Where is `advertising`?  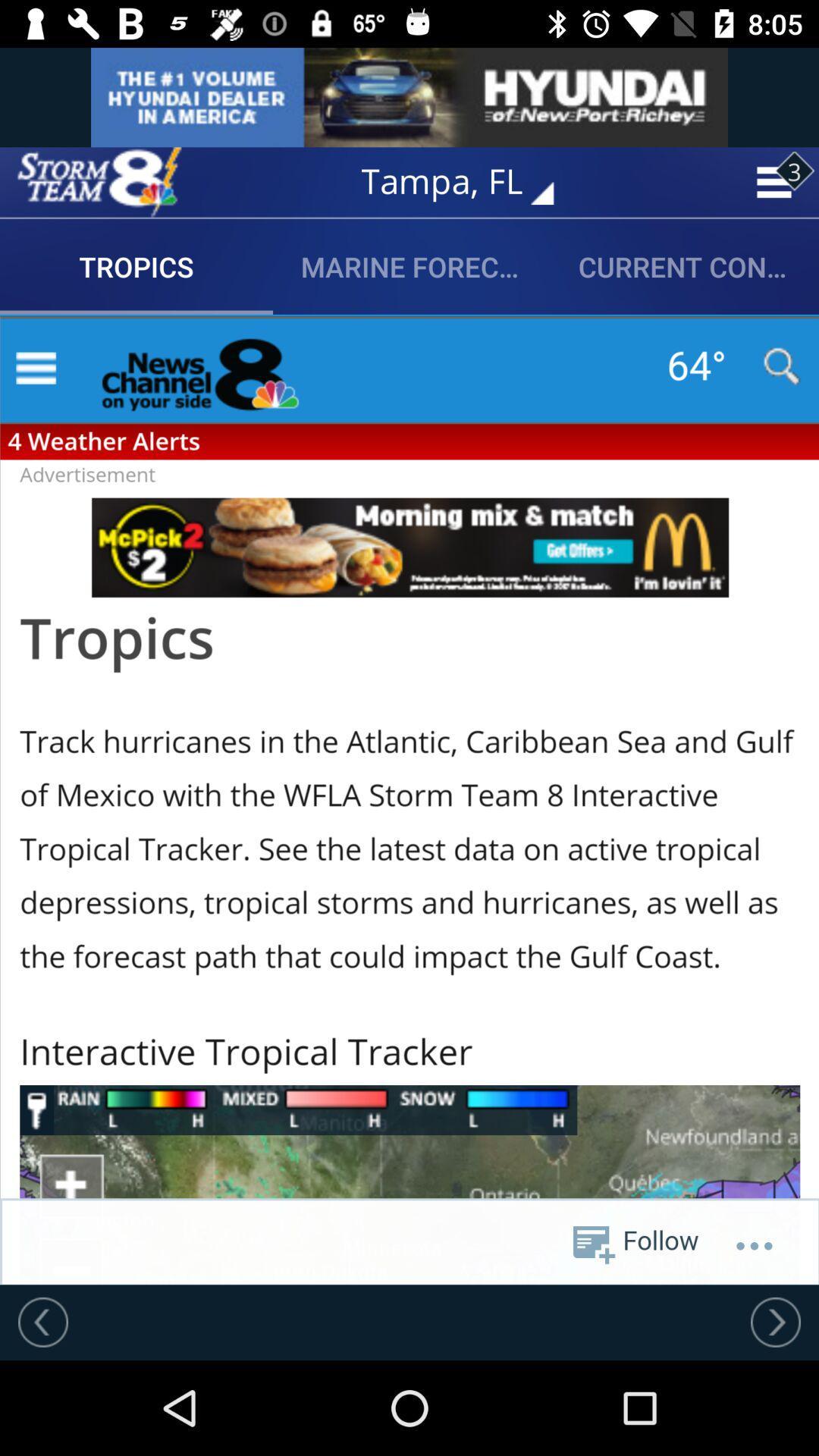 advertising is located at coordinates (409, 96).